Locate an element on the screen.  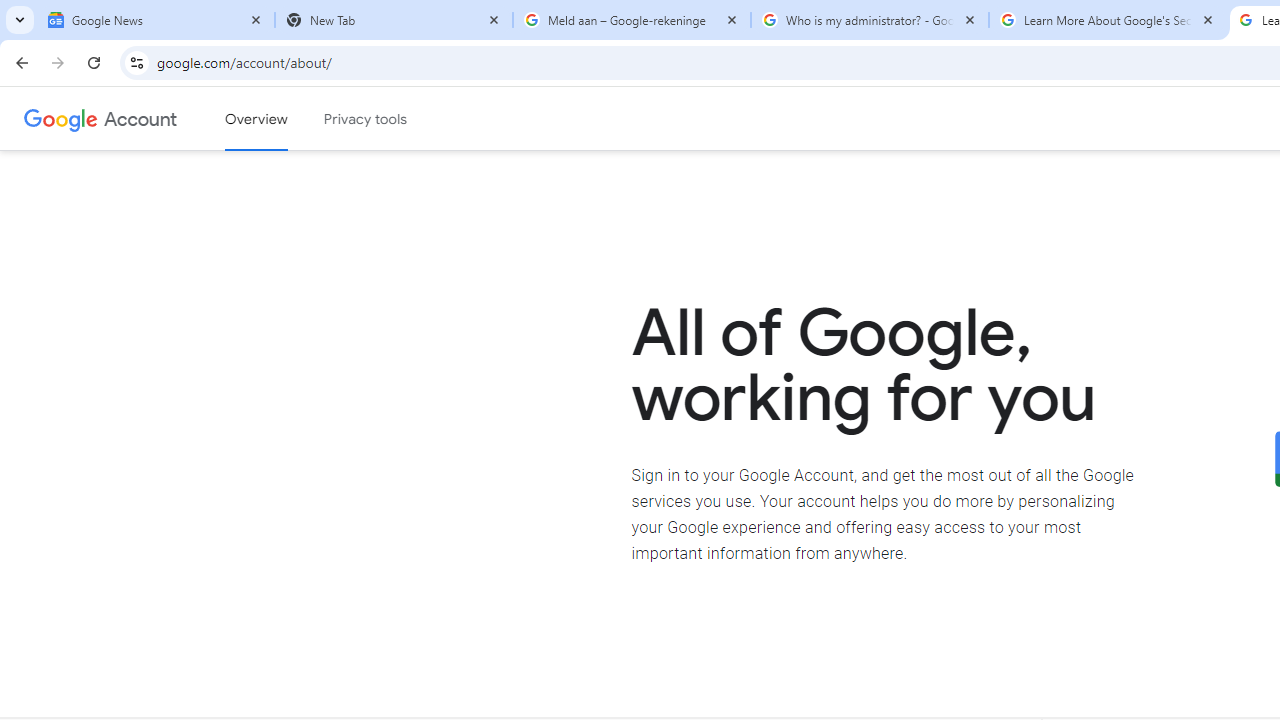
'Privacy tools' is located at coordinates (366, 119).